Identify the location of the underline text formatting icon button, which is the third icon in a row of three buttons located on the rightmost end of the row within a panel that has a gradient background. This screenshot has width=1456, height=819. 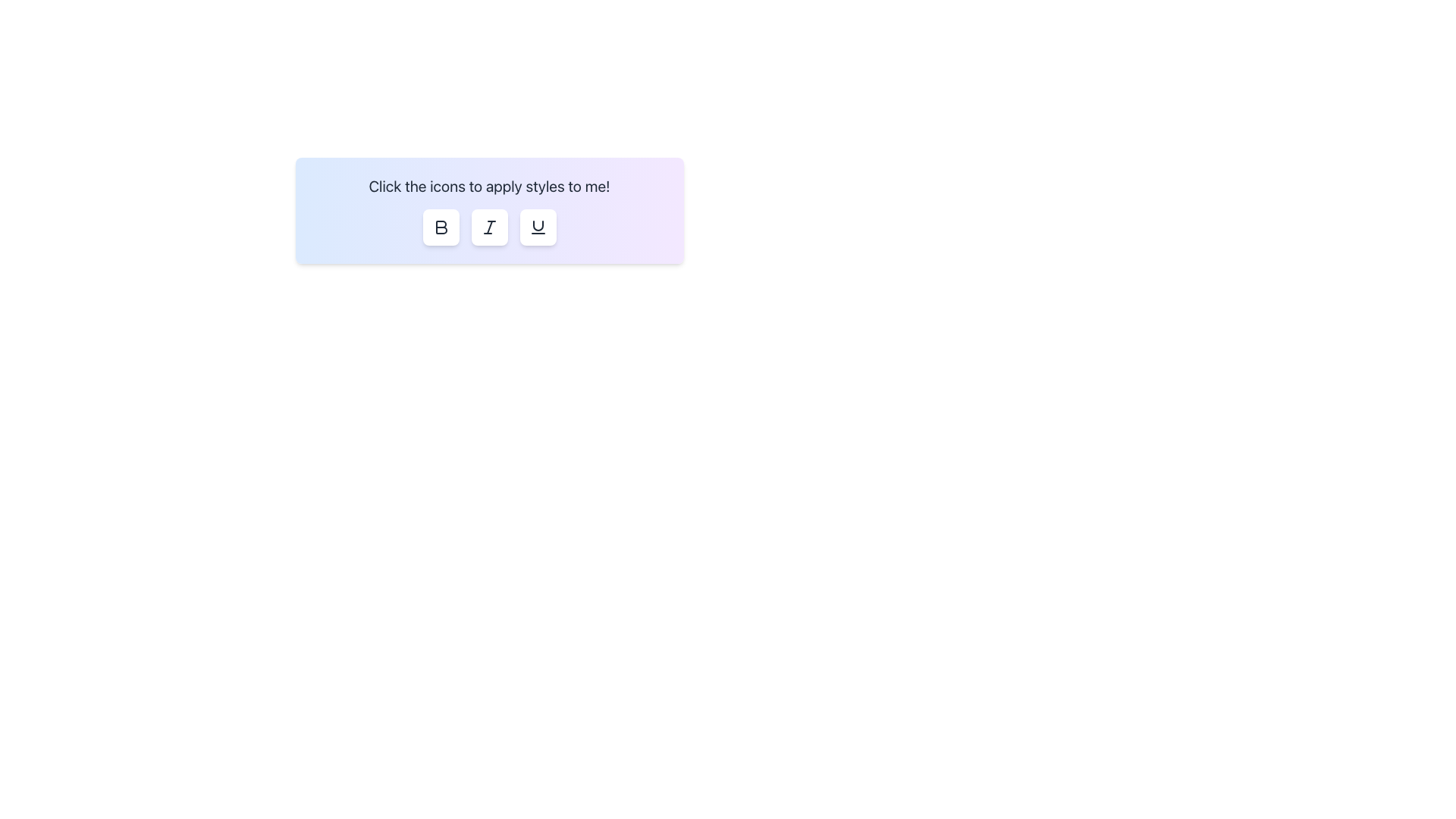
(538, 227).